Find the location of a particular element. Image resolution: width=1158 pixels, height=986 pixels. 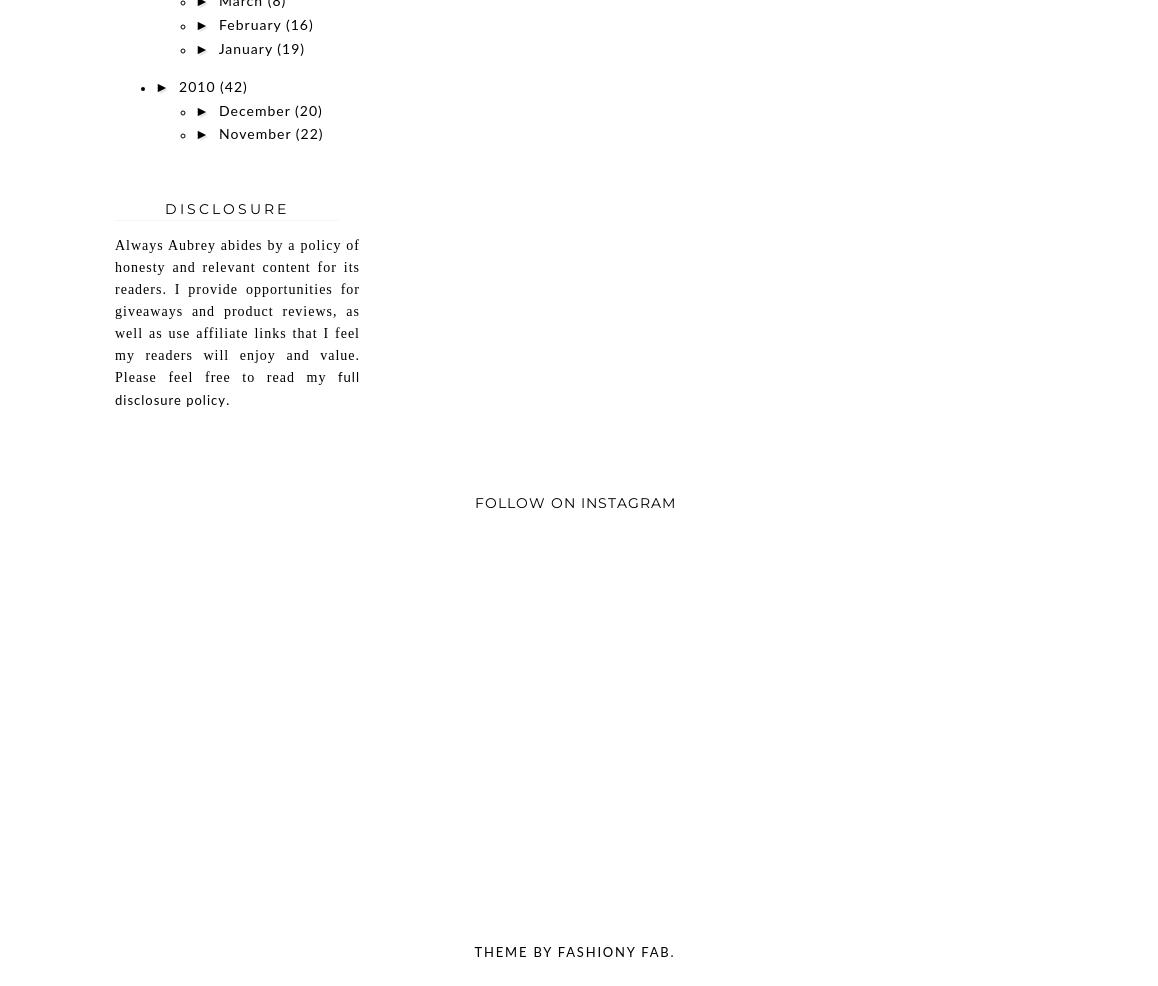

'2010' is located at coordinates (179, 86).